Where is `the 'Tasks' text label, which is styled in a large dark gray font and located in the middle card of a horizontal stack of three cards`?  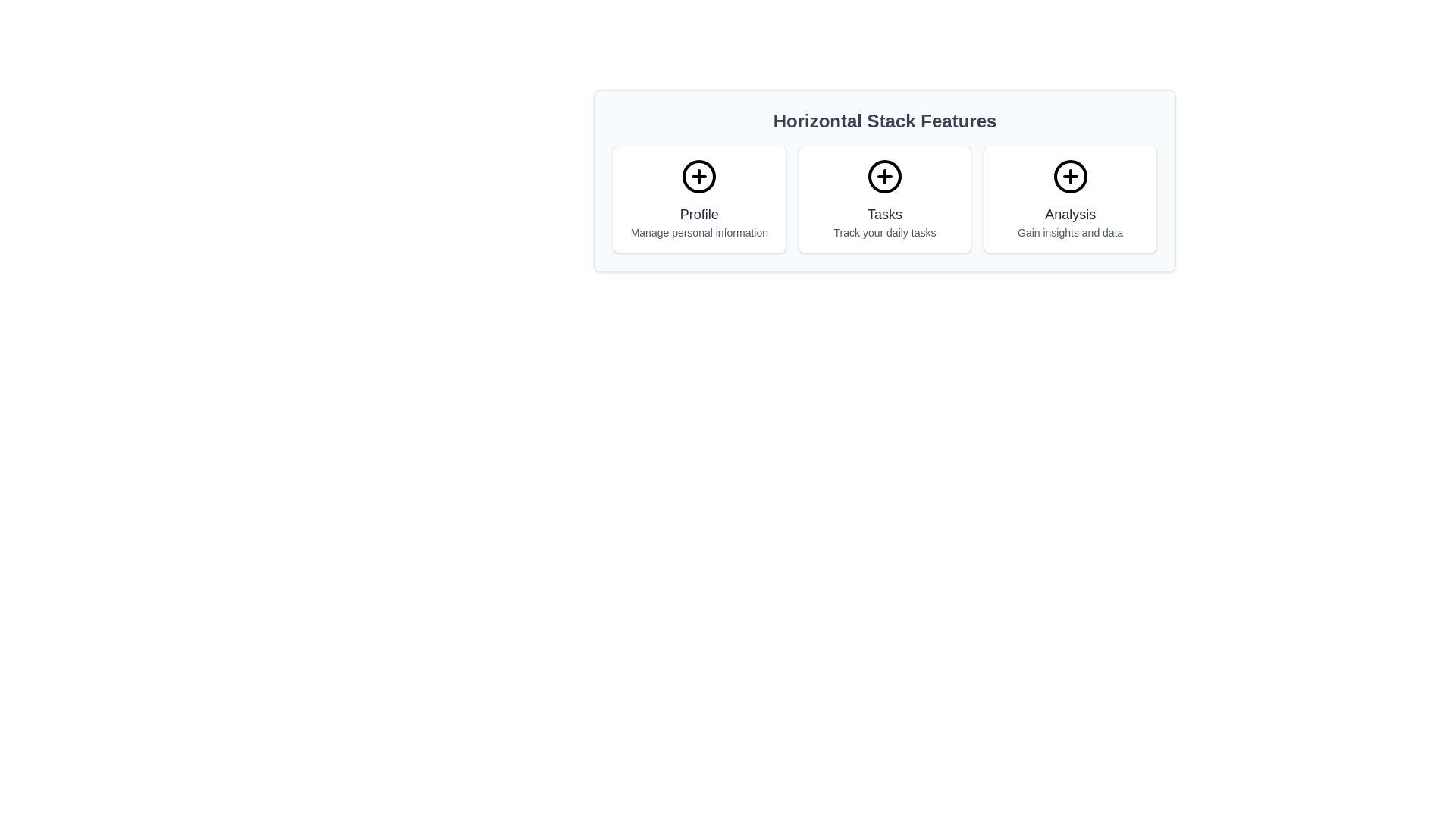 the 'Tasks' text label, which is styled in a large dark gray font and located in the middle card of a horizontal stack of three cards is located at coordinates (884, 214).